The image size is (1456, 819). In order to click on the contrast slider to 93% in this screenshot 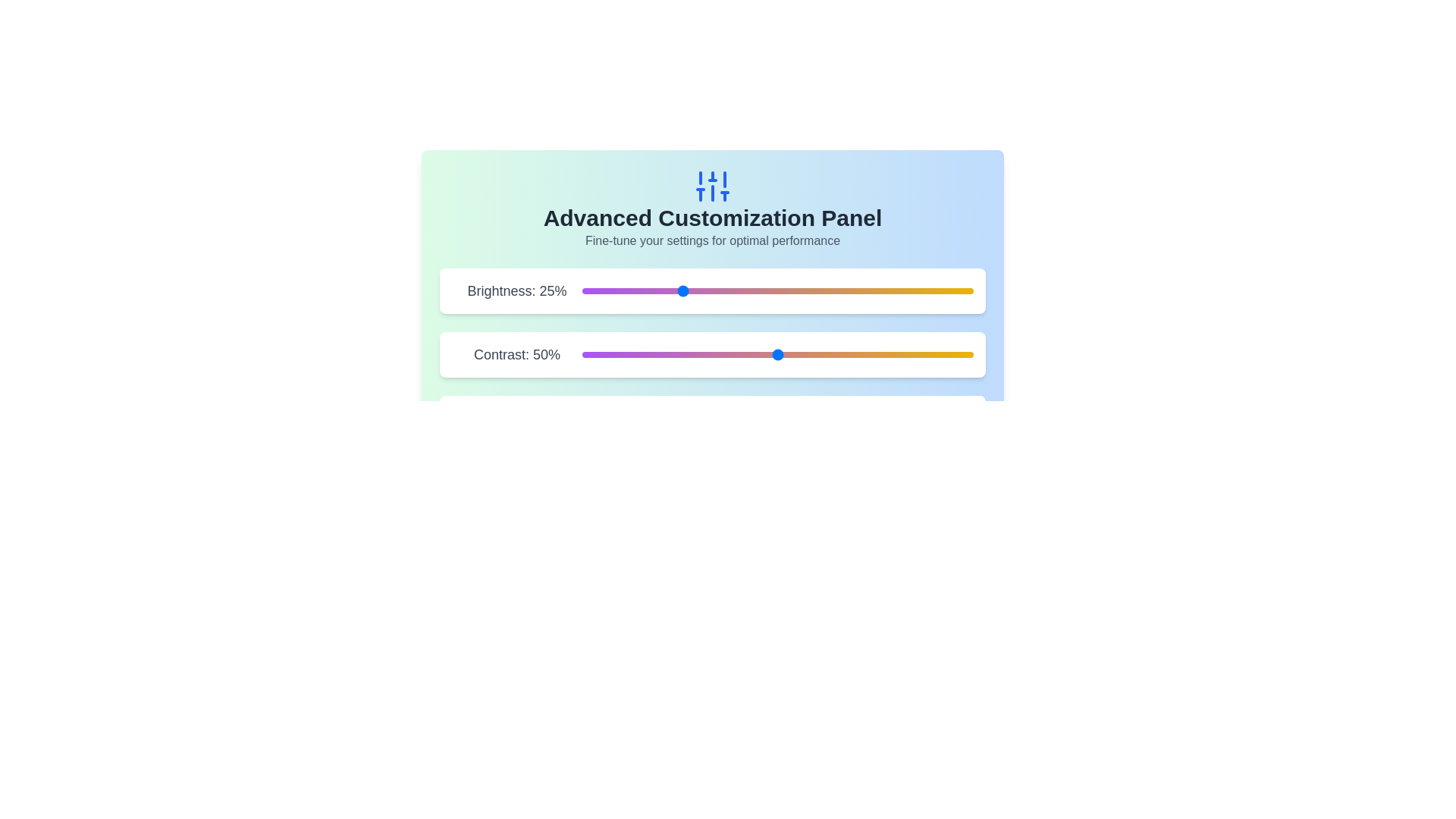, I will do `click(945, 354)`.